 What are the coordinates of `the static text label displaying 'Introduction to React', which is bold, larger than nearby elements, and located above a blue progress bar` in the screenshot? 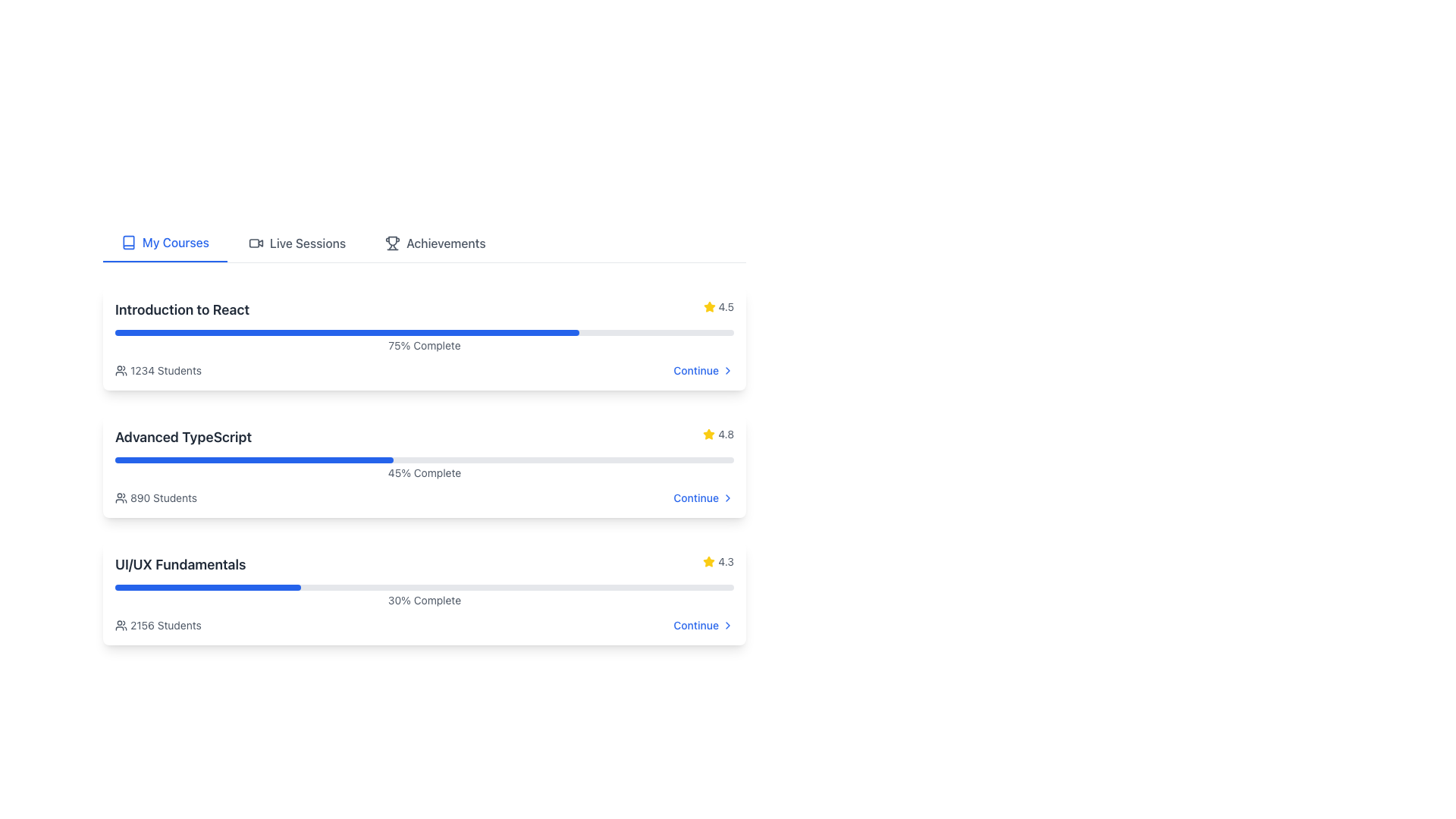 It's located at (182, 309).